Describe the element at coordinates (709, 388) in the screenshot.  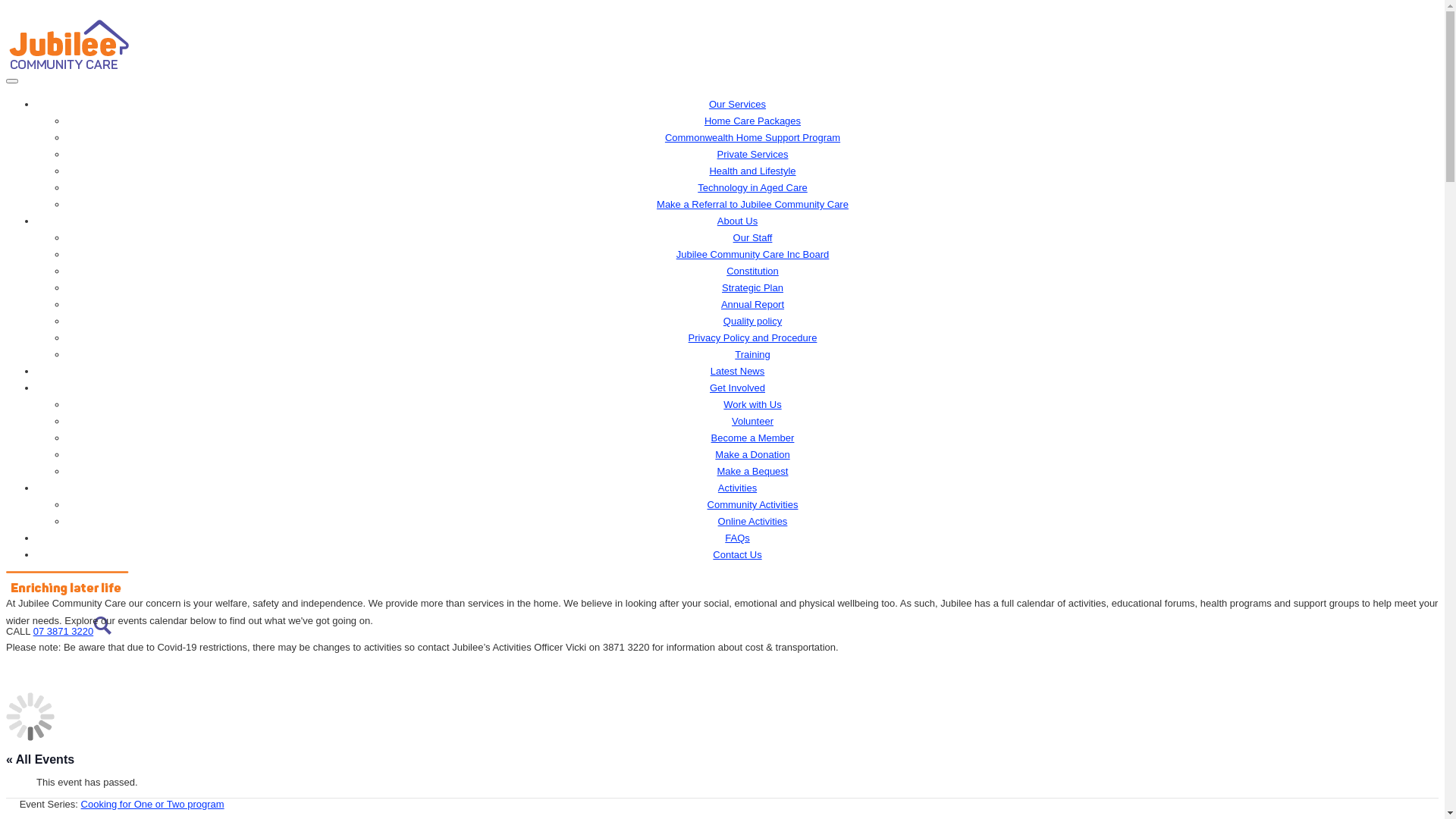
I see `'Get Involved'` at that location.